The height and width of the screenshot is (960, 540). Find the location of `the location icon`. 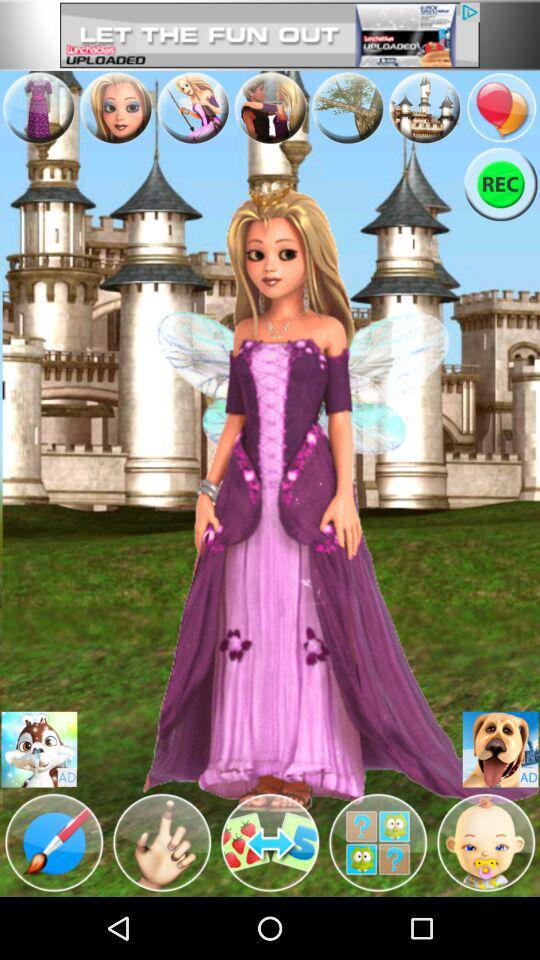

the location icon is located at coordinates (500, 115).